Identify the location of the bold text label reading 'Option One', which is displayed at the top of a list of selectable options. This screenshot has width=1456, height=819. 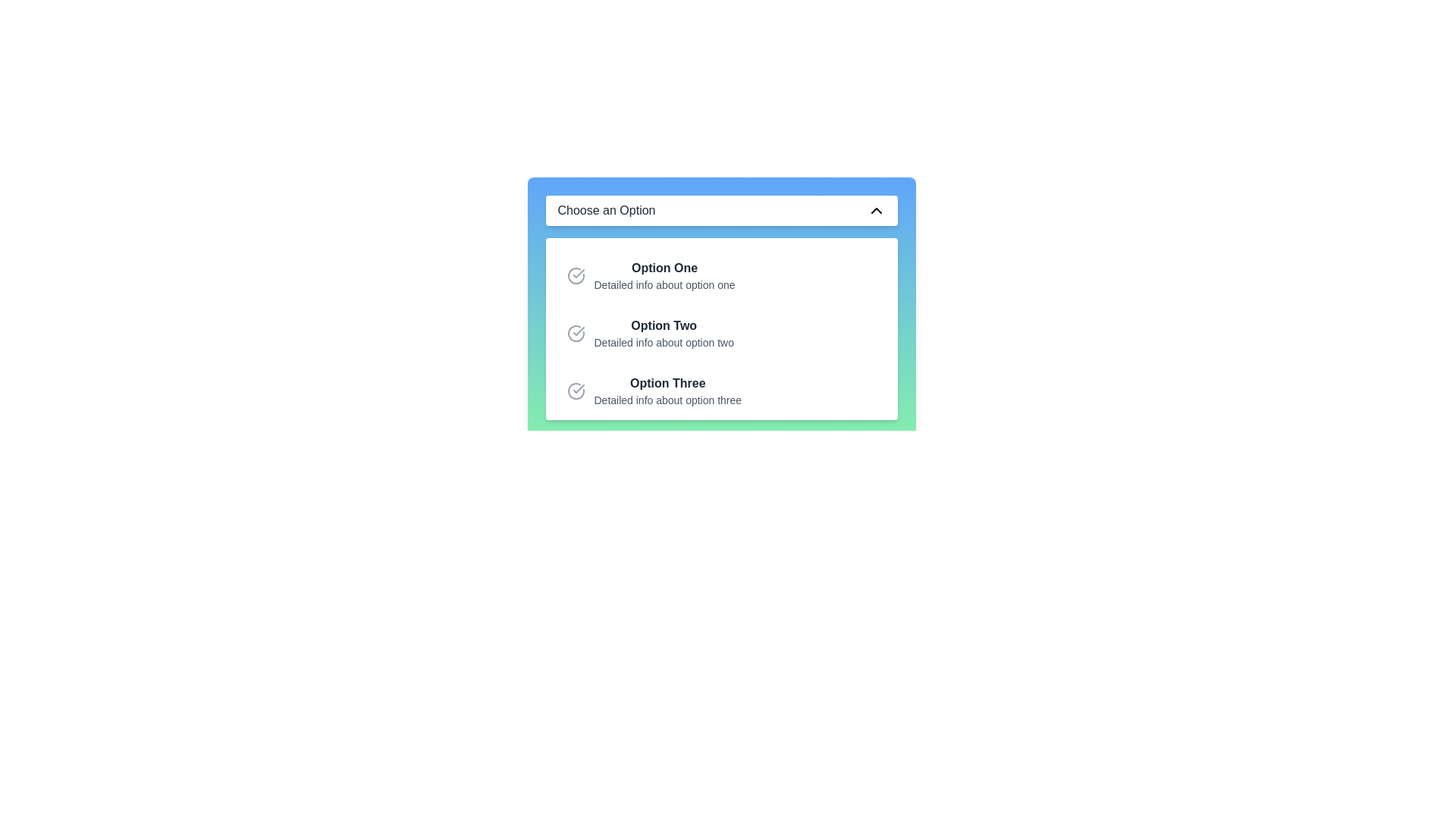
(664, 268).